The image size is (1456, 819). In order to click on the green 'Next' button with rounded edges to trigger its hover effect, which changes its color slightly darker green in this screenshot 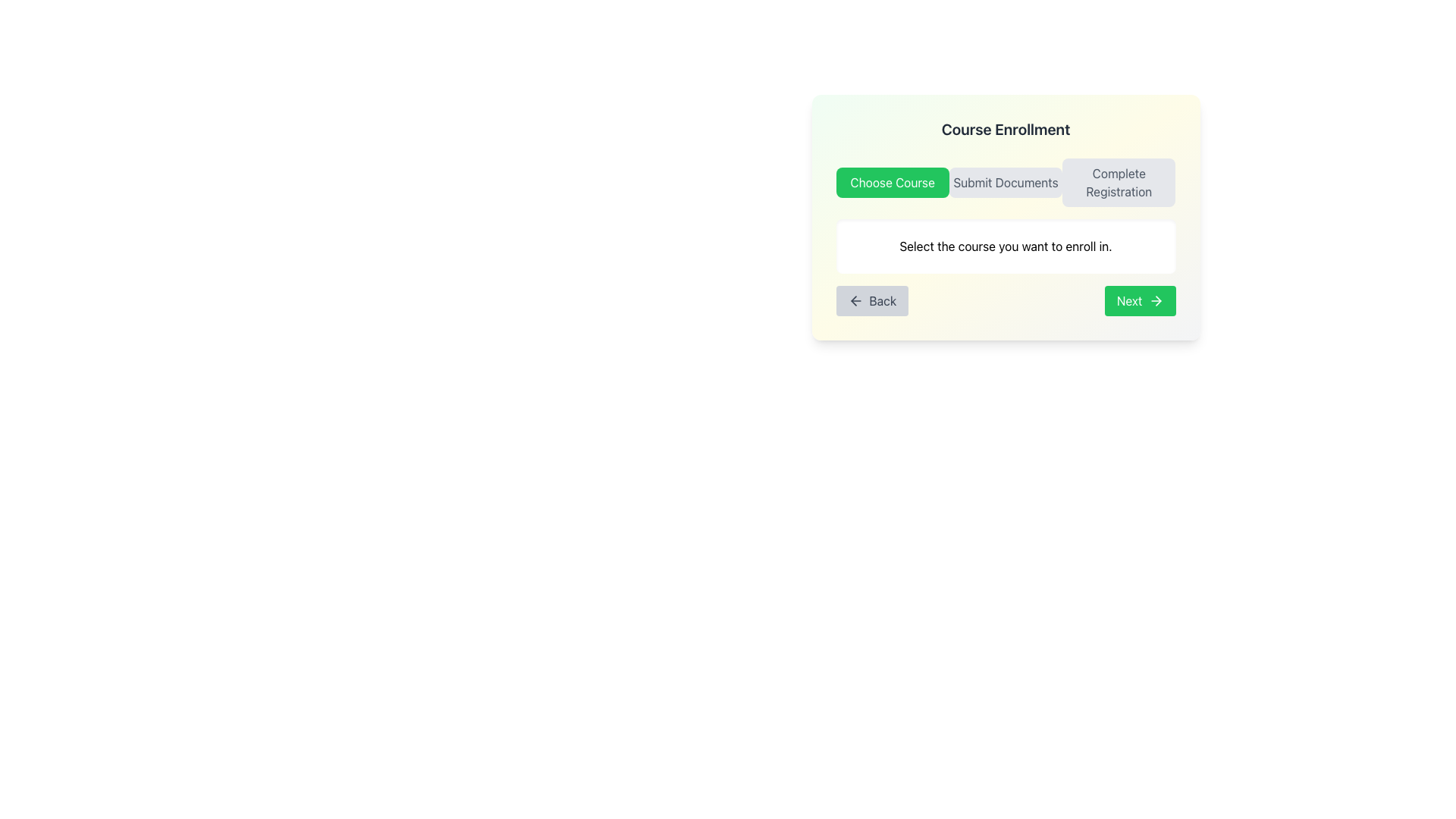, I will do `click(1140, 301)`.